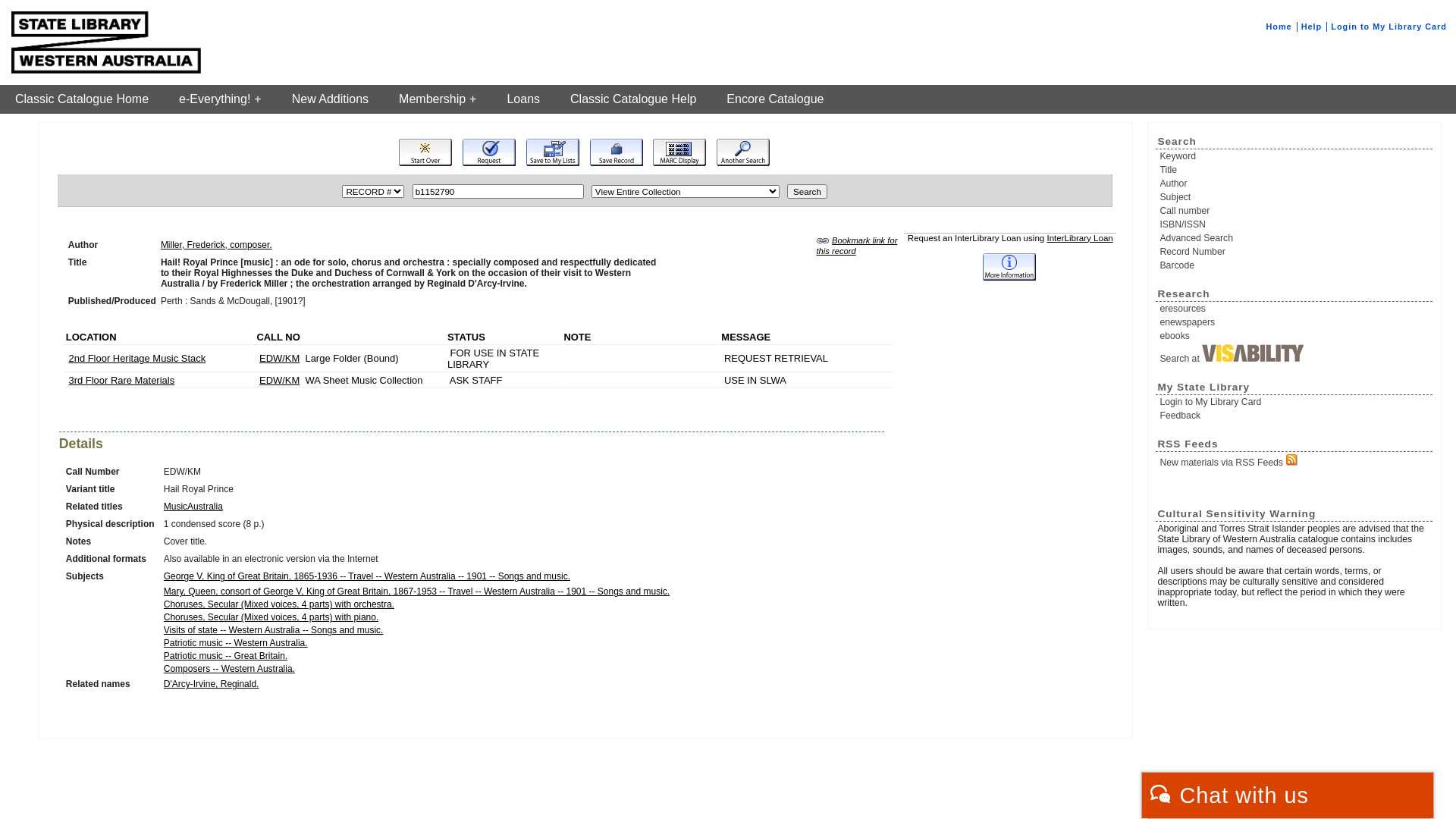 The image size is (1456, 819). I want to click on 'Classic Catalogue Help', so click(633, 99).